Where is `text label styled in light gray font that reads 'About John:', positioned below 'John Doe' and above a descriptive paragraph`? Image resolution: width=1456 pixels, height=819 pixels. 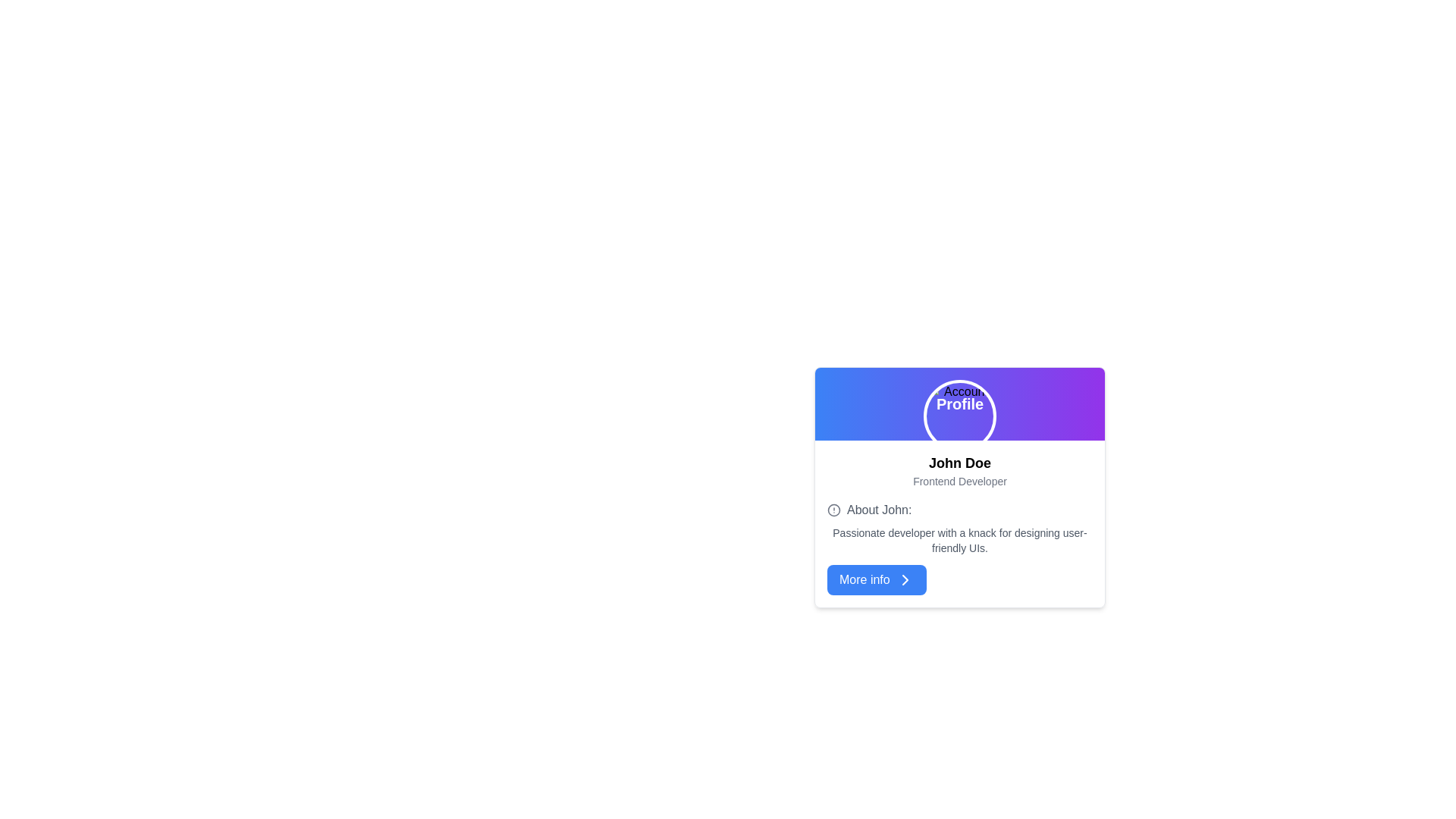 text label styled in light gray font that reads 'About John:', positioned below 'John Doe' and above a descriptive paragraph is located at coordinates (879, 510).